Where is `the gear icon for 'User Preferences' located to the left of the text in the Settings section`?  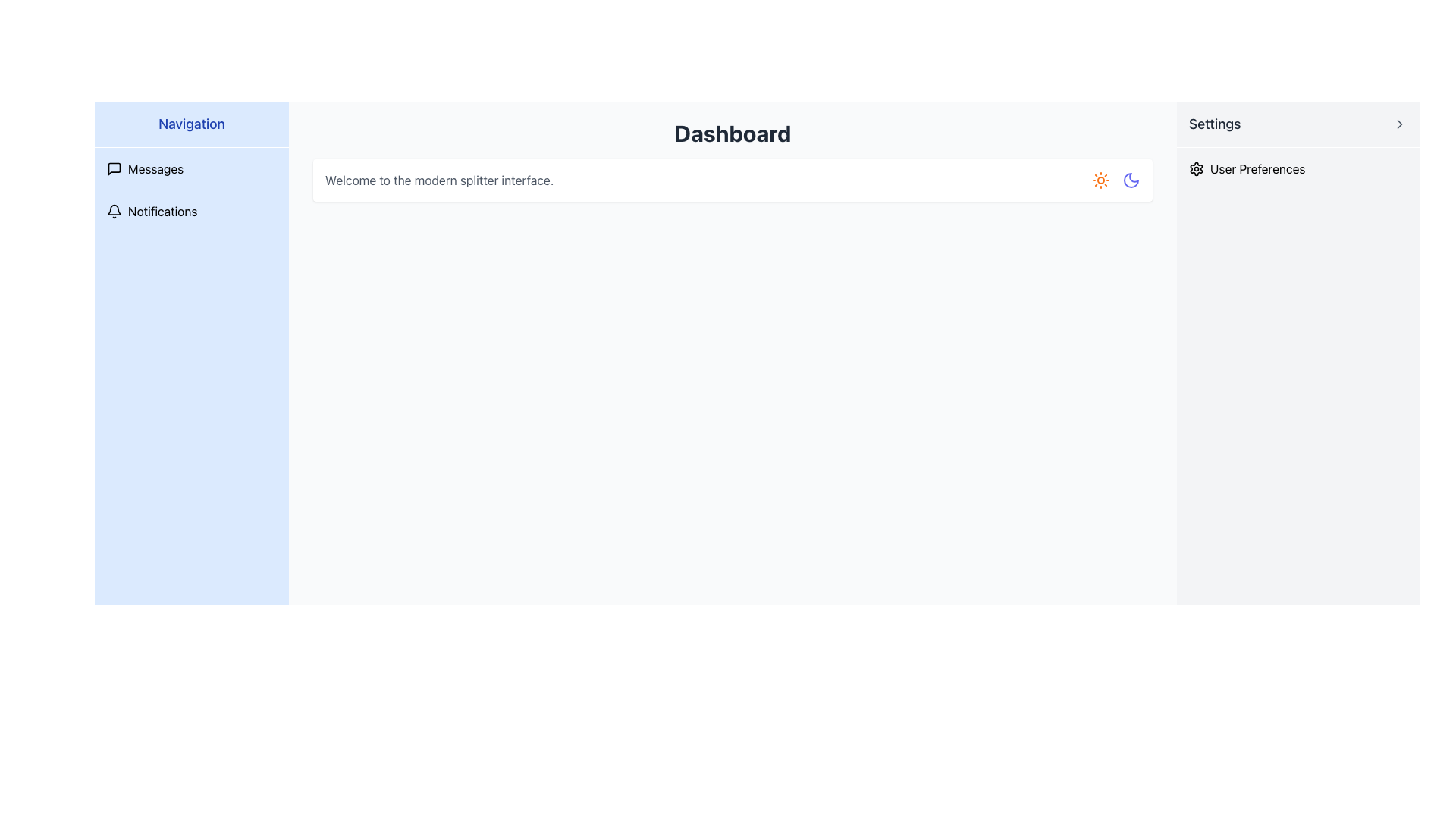 the gear icon for 'User Preferences' located to the left of the text in the Settings section is located at coordinates (1196, 169).